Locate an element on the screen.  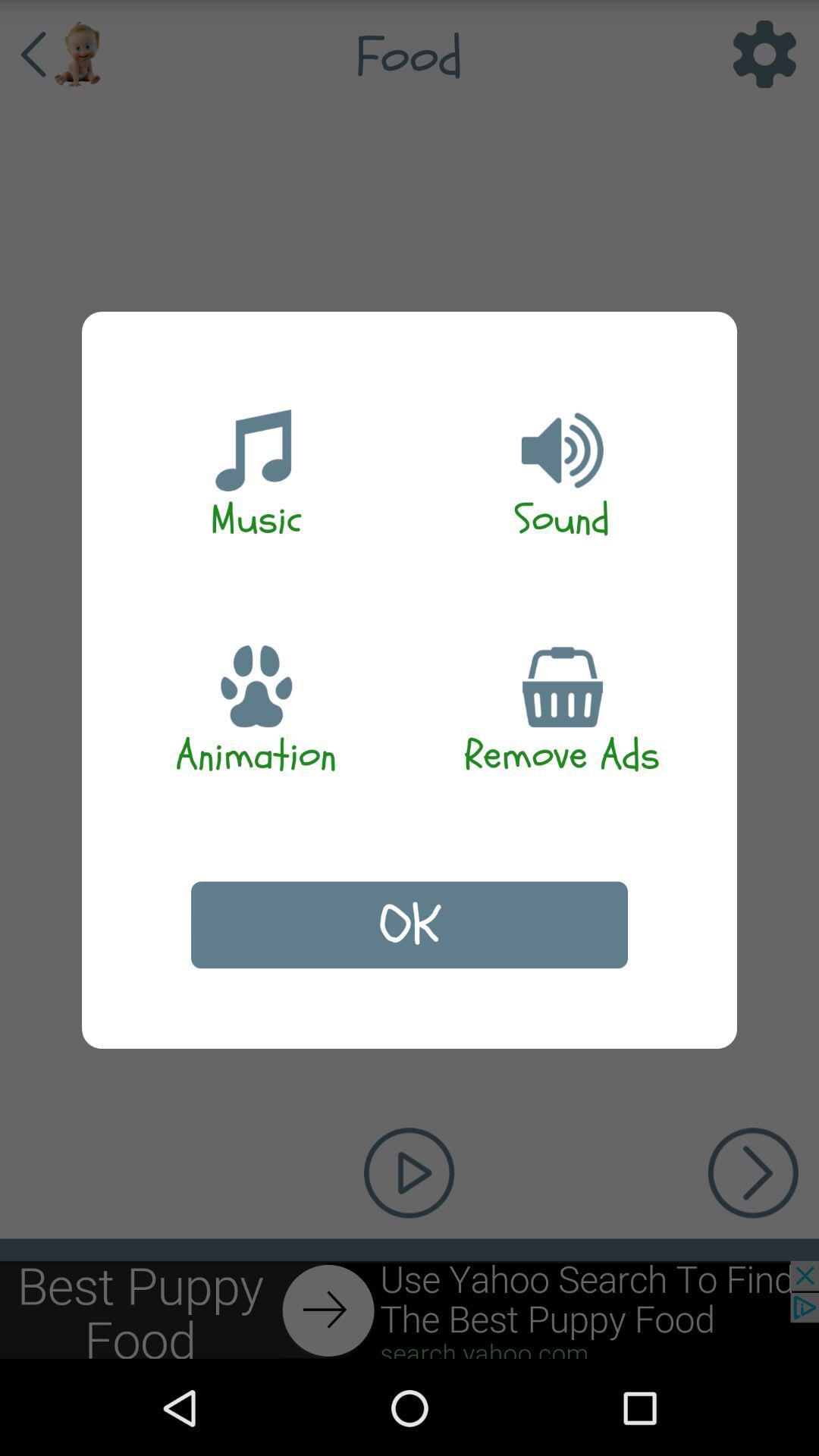
ok icon is located at coordinates (409, 924).